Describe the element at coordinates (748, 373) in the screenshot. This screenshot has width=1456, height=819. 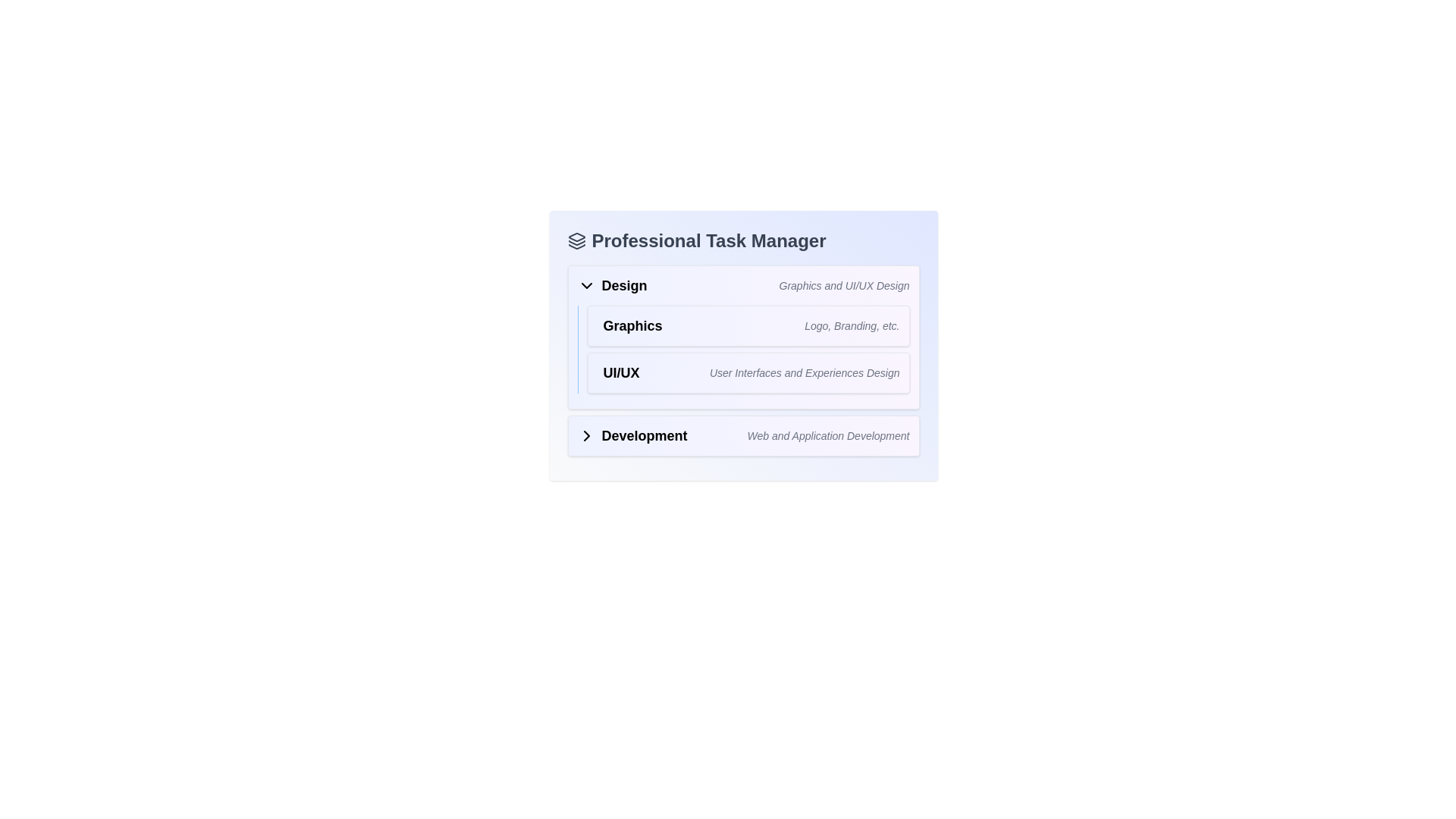
I see `the 'UI/UX' label with the description 'User Interfaces and Experiences Design' located in the 'Graphics' section under the 'Design' category` at that location.